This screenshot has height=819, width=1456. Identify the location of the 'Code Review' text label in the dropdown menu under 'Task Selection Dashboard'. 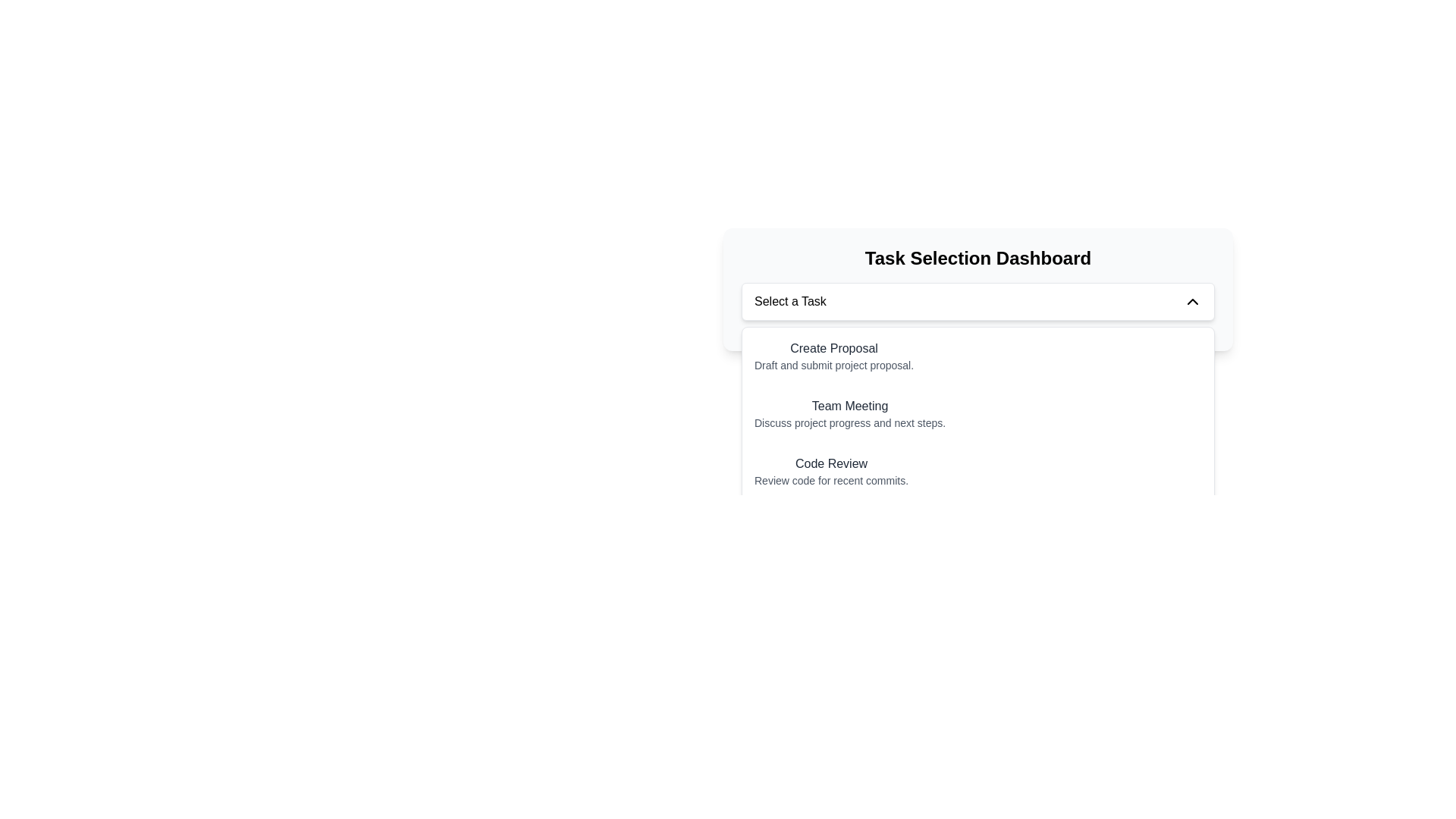
(830, 463).